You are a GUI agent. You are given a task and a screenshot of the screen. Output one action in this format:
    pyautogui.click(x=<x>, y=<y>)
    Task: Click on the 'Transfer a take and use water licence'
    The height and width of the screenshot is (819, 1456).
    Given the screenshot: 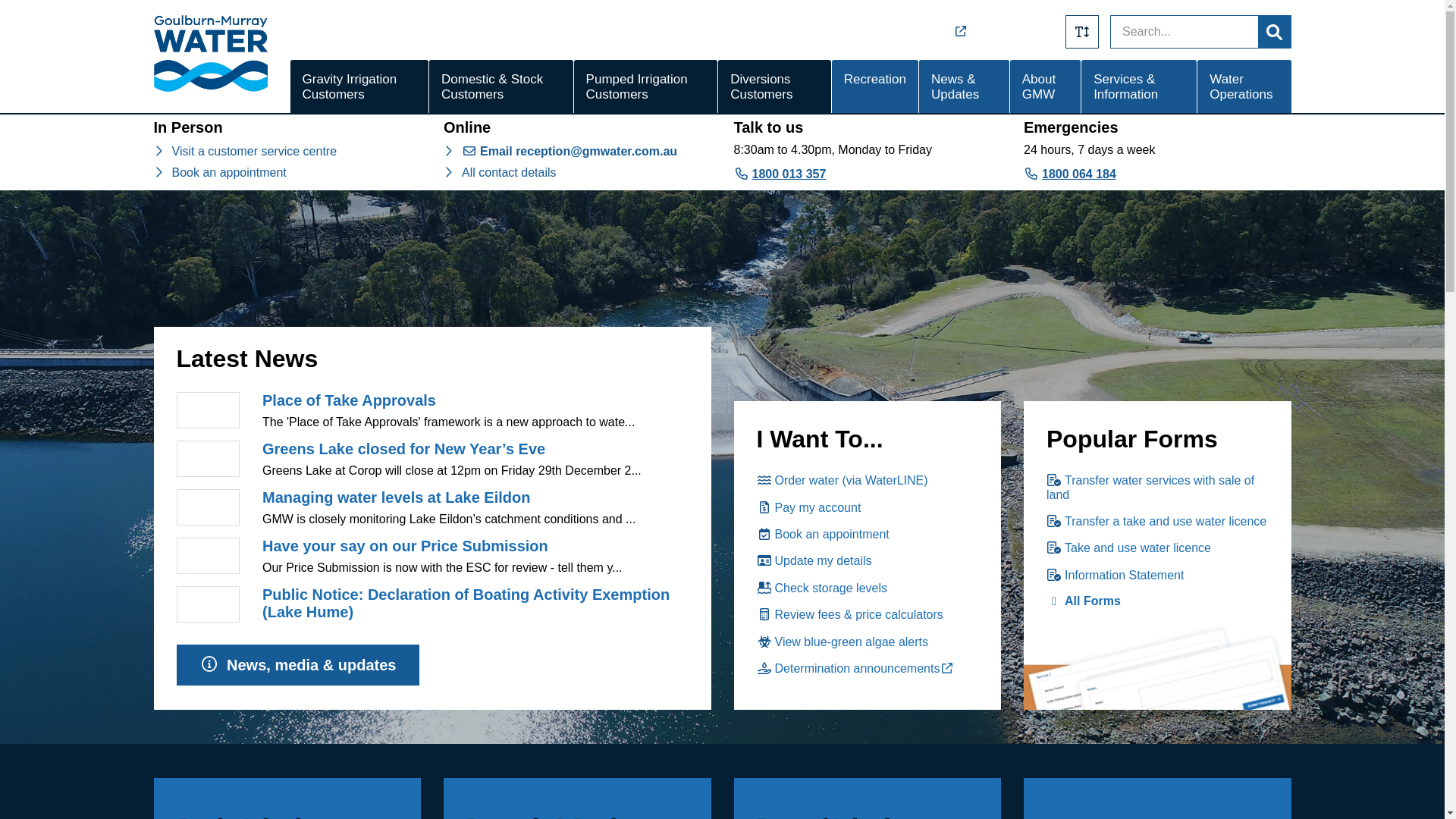 What is the action you would take?
    pyautogui.click(x=1156, y=520)
    